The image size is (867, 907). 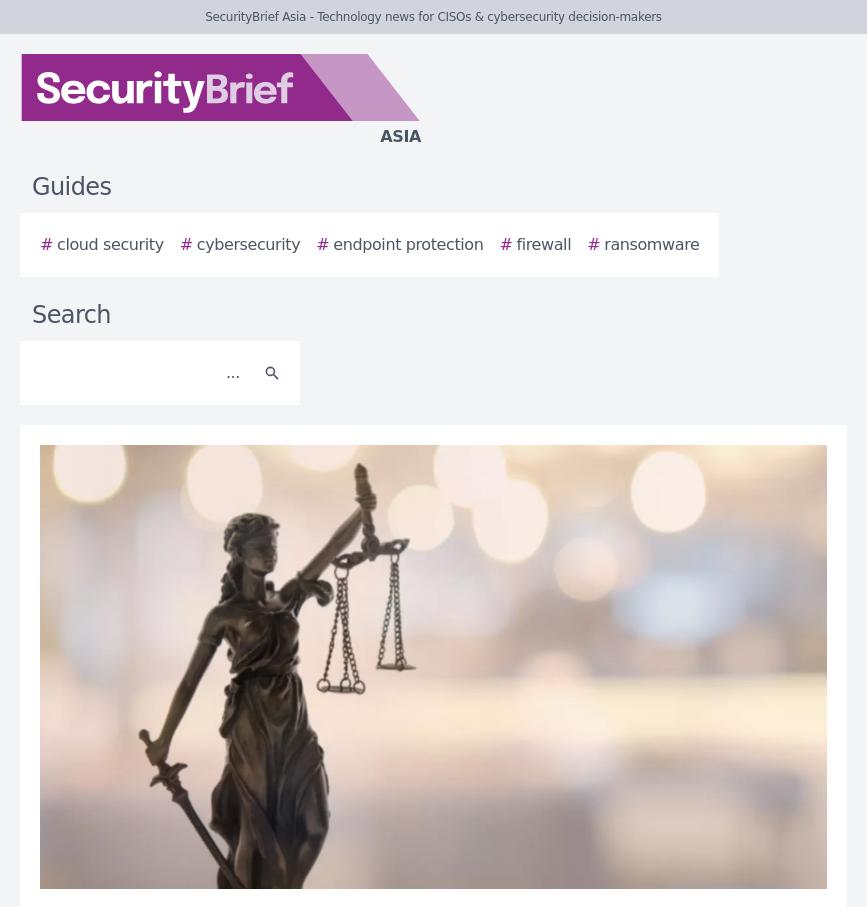 What do you see at coordinates (400, 136) in the screenshot?
I see `'Asia'` at bounding box center [400, 136].